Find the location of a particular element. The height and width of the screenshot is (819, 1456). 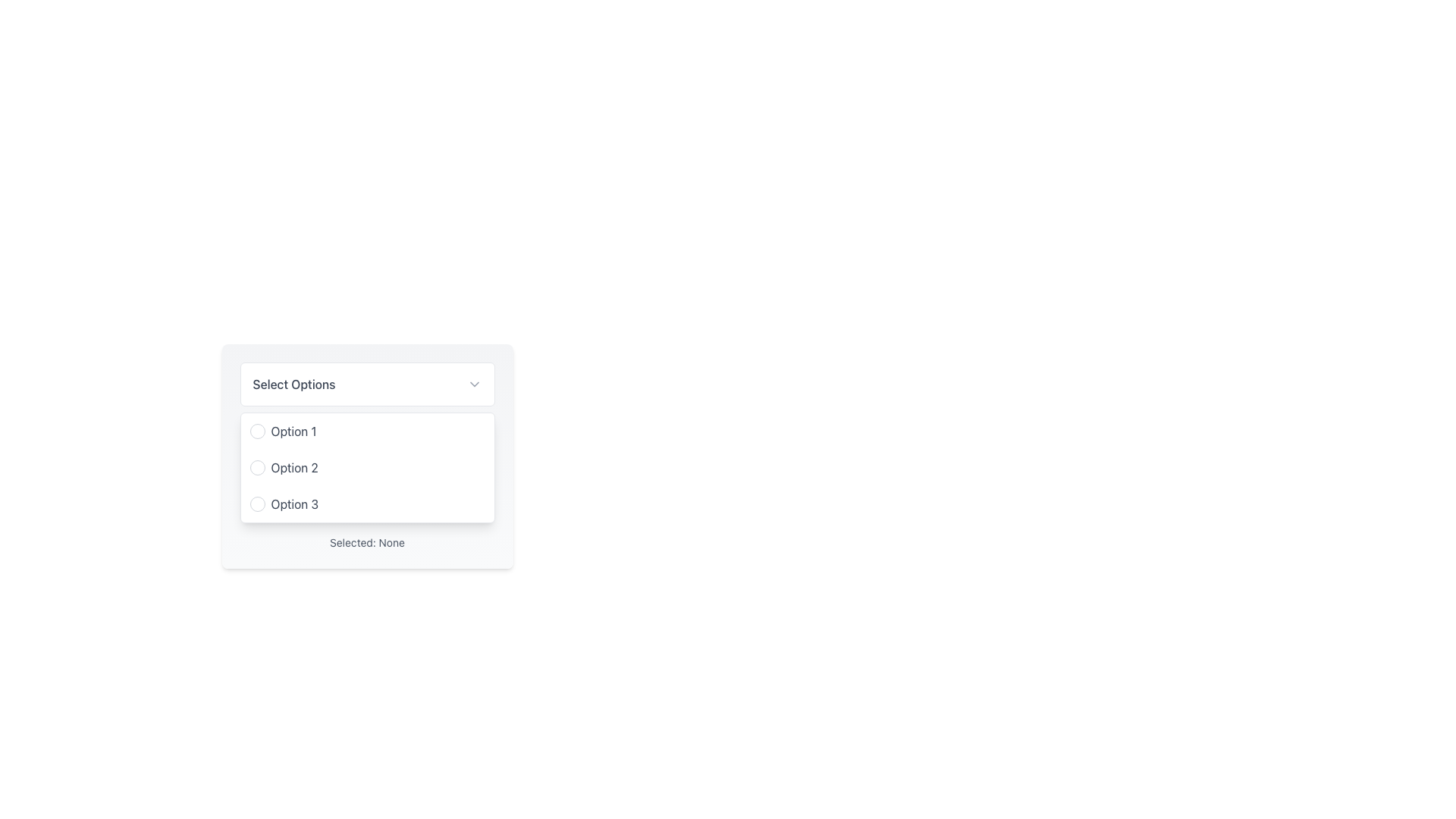

the text label for the first selectable option in the dropdown menu, located below the 'Select Options' title and next to a circular icon is located at coordinates (293, 431).